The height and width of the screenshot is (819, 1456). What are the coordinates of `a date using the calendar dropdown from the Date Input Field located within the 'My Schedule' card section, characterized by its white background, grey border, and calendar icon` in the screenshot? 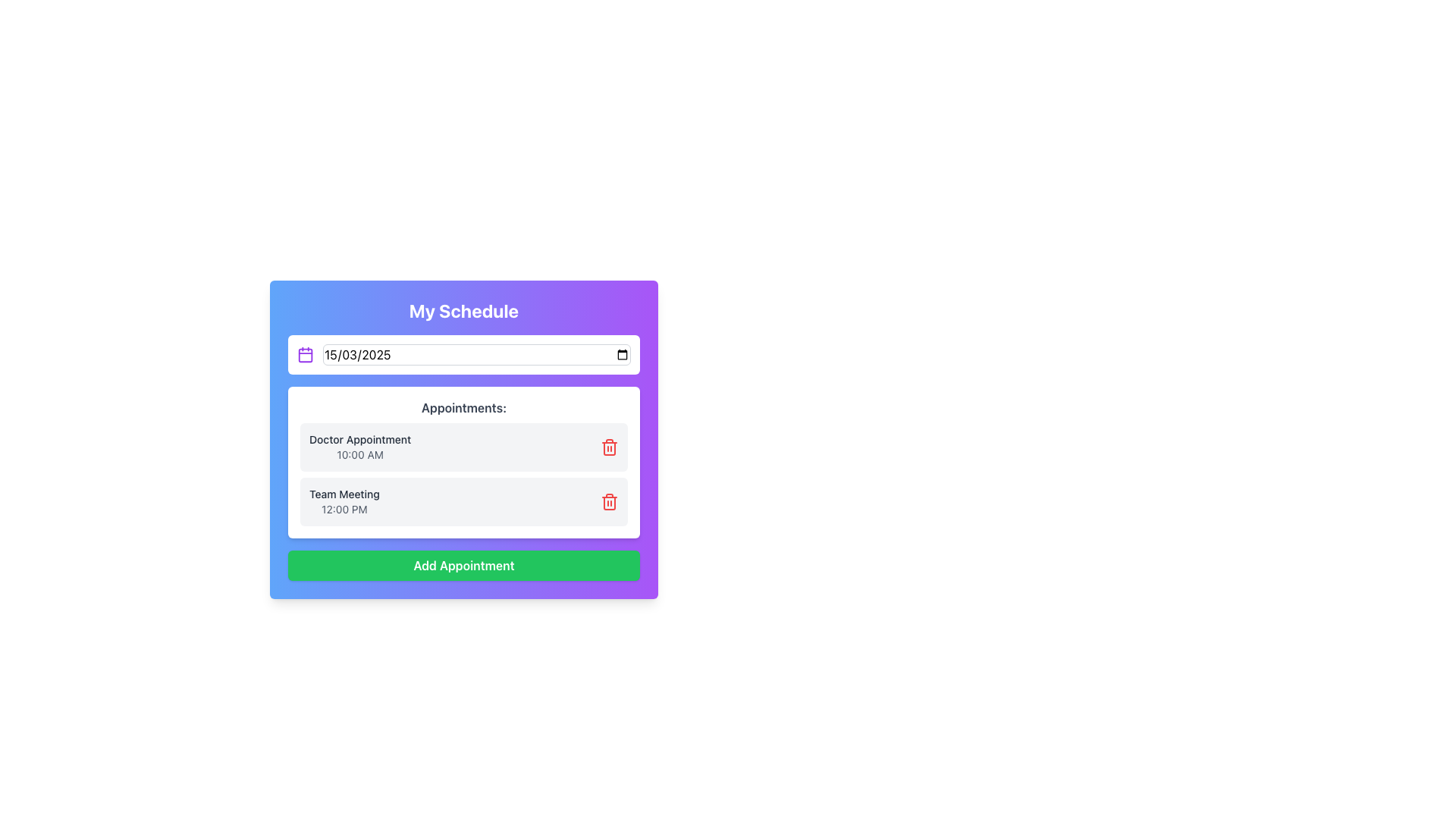 It's located at (463, 354).